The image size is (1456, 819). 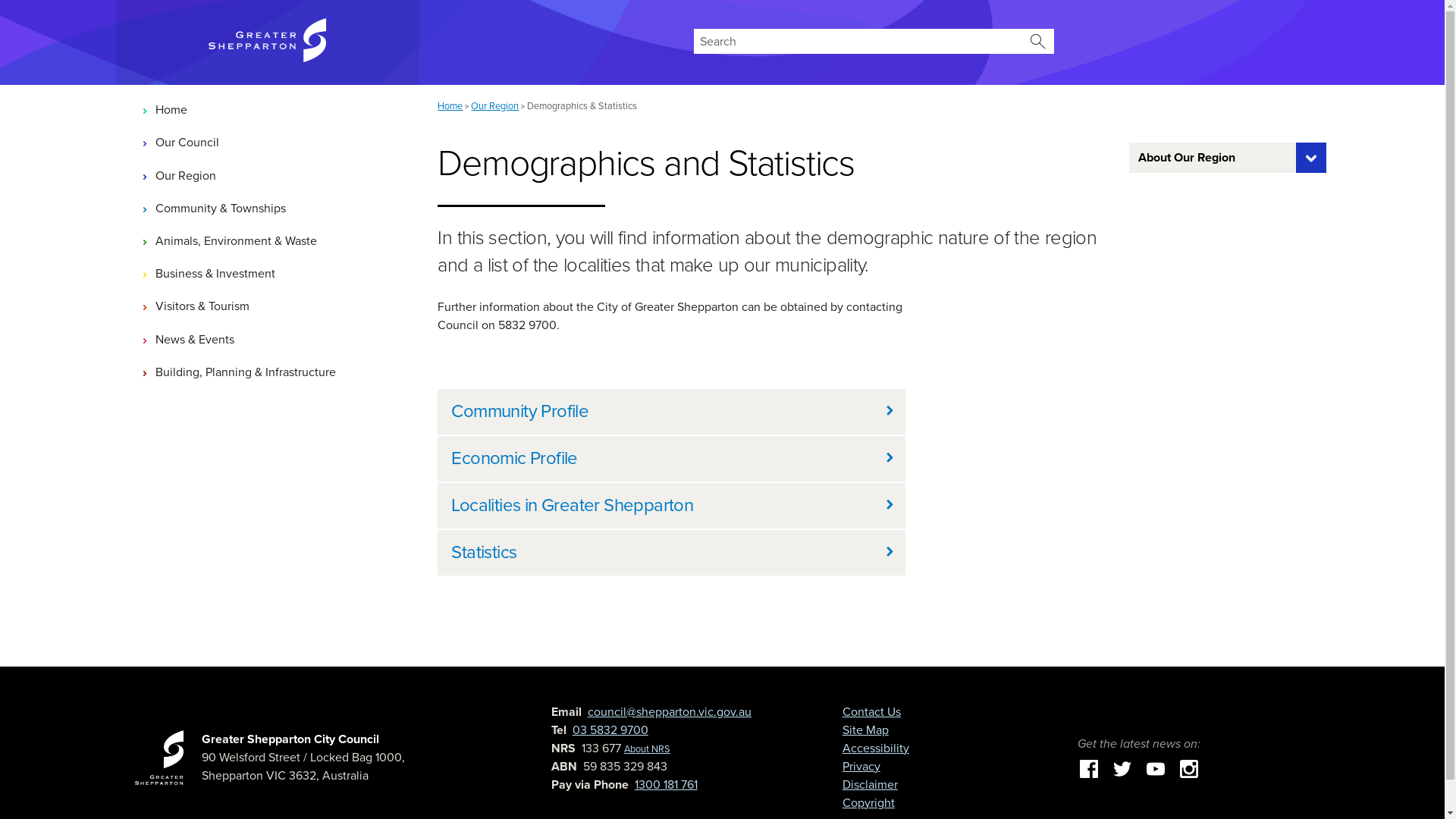 I want to click on 'Facebook', so click(x=1087, y=768).